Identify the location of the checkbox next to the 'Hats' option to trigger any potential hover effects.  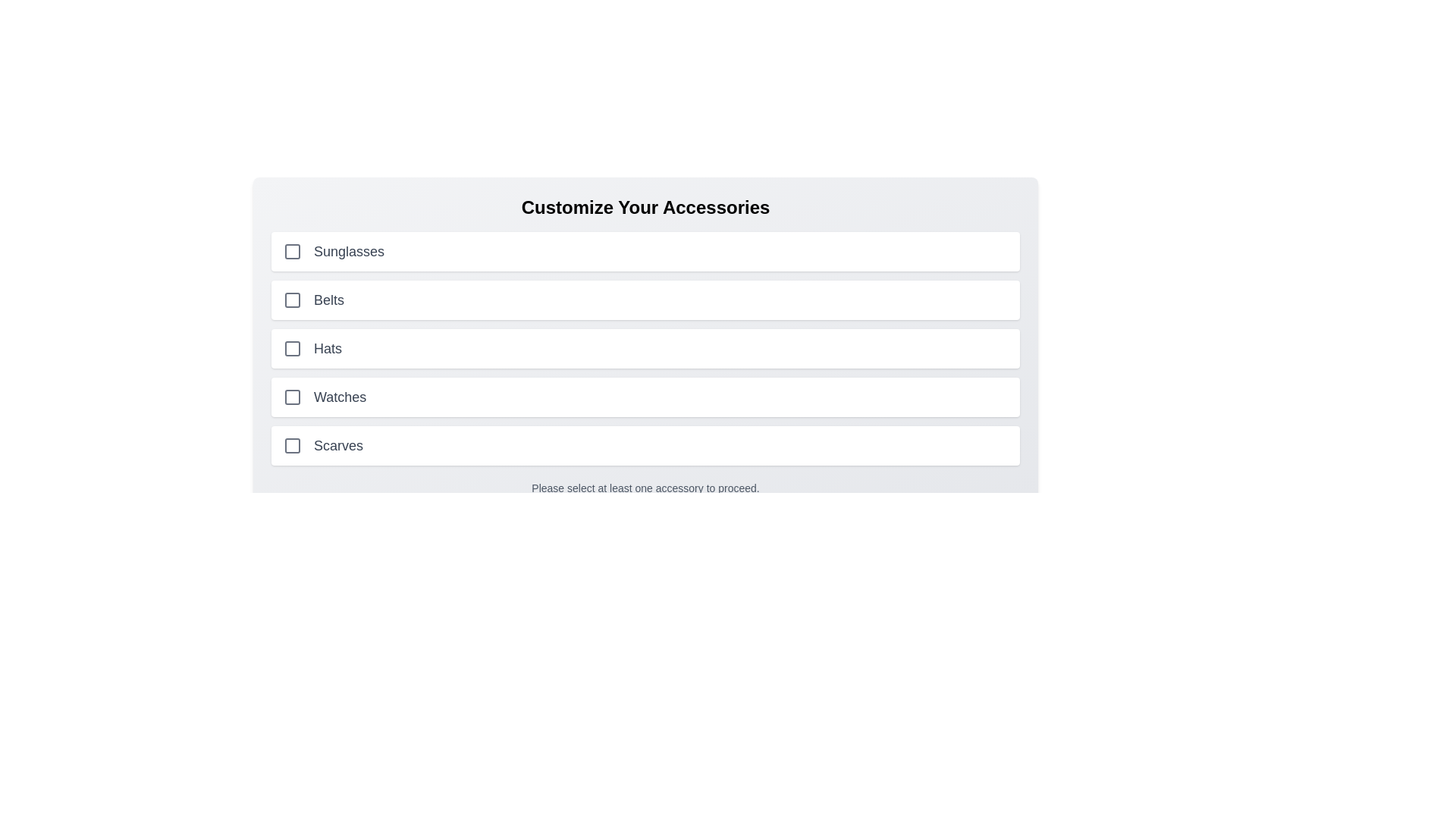
(292, 348).